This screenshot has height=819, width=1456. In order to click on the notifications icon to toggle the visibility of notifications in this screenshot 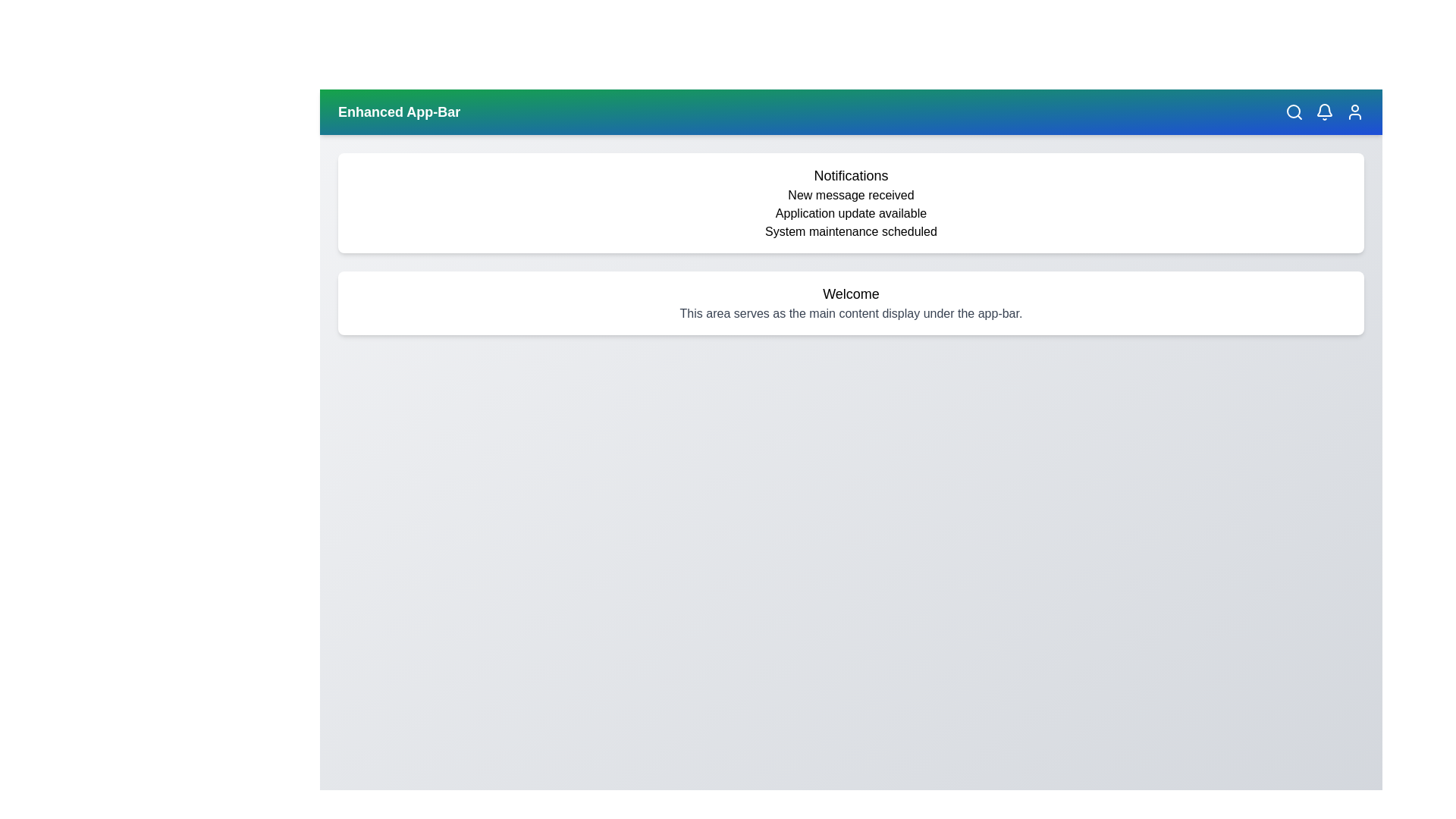, I will do `click(1324, 111)`.